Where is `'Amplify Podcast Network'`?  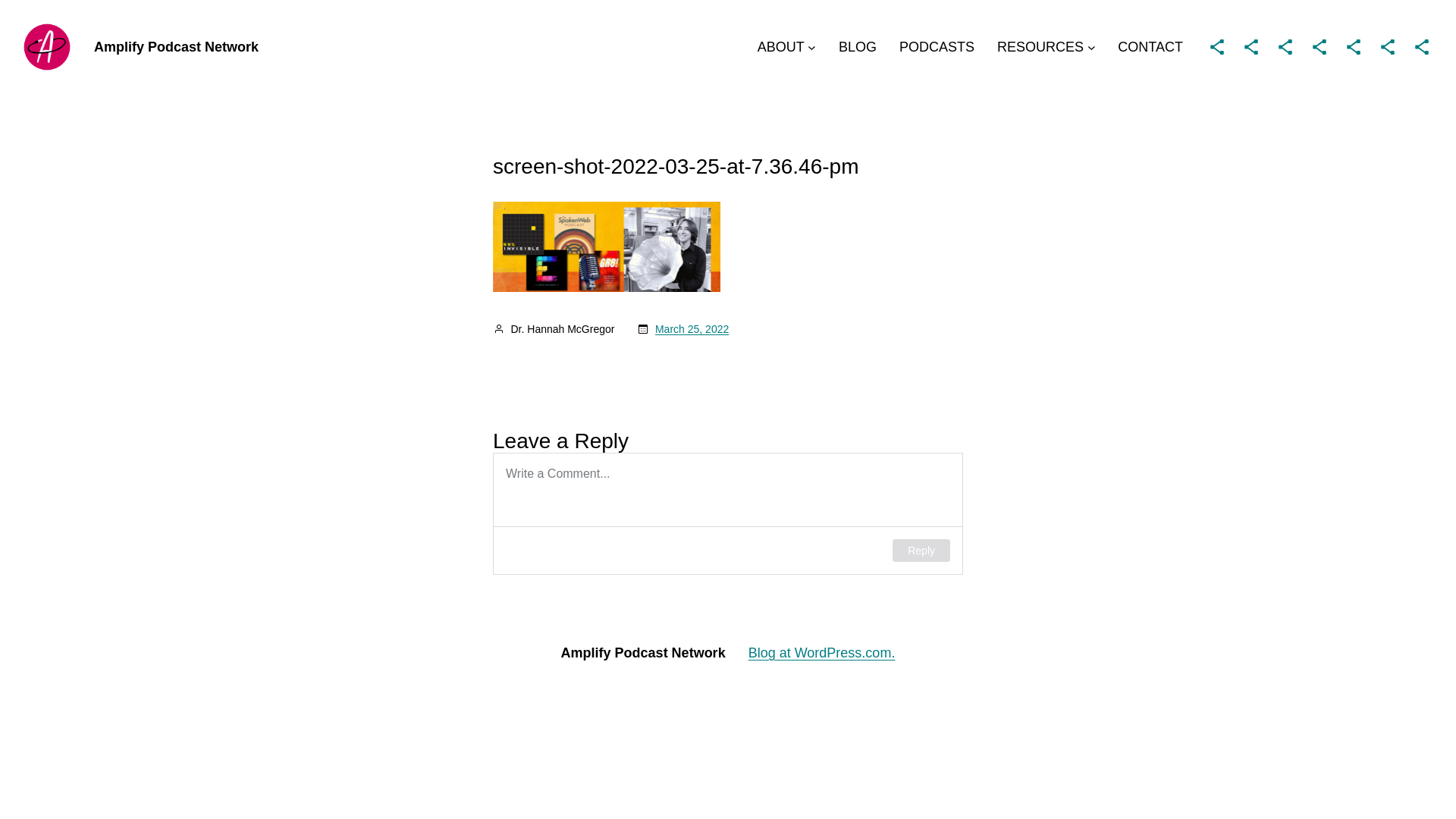 'Amplify Podcast Network' is located at coordinates (176, 45).